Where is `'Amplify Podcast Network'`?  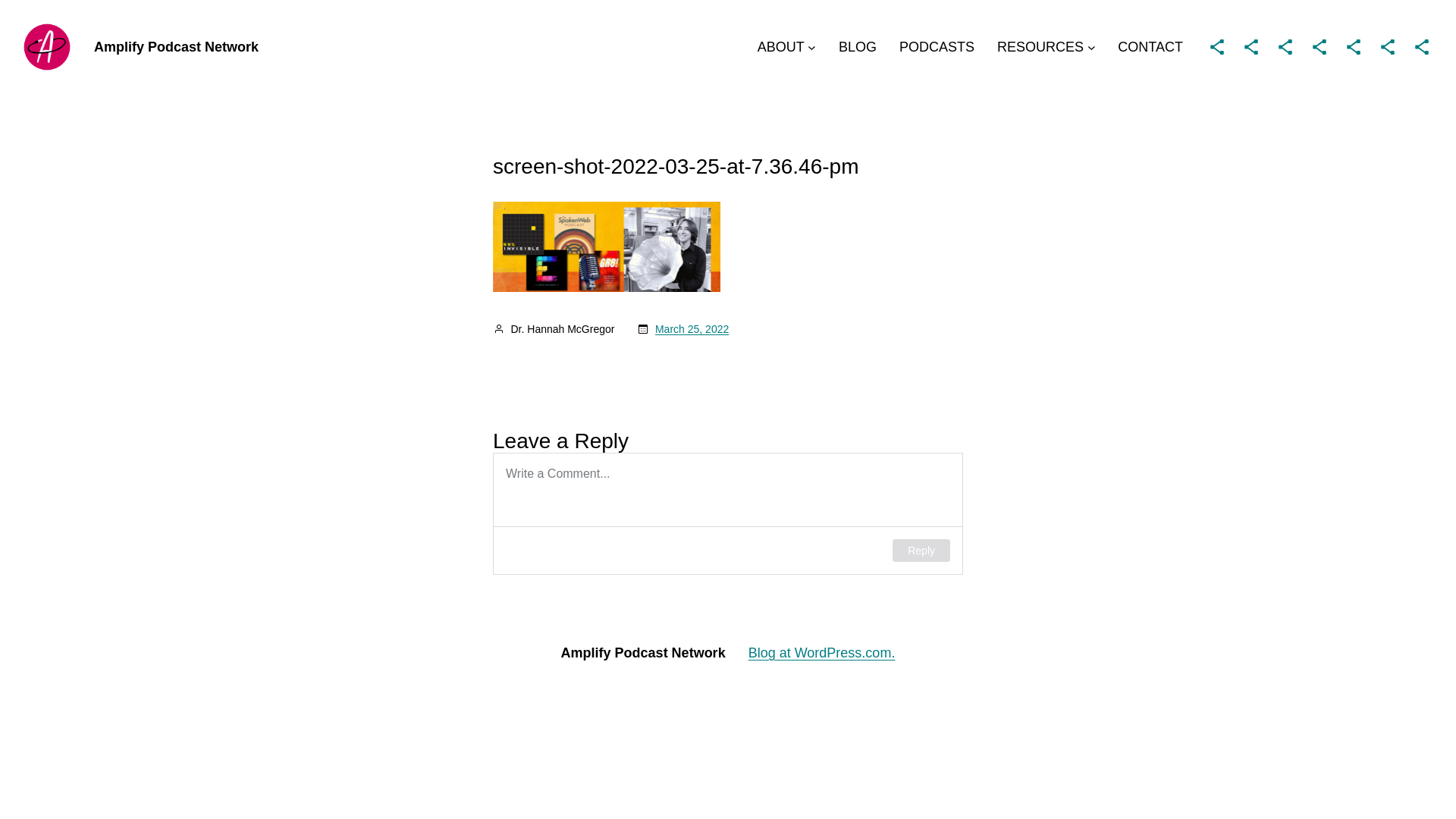 'Amplify Podcast Network' is located at coordinates (176, 45).